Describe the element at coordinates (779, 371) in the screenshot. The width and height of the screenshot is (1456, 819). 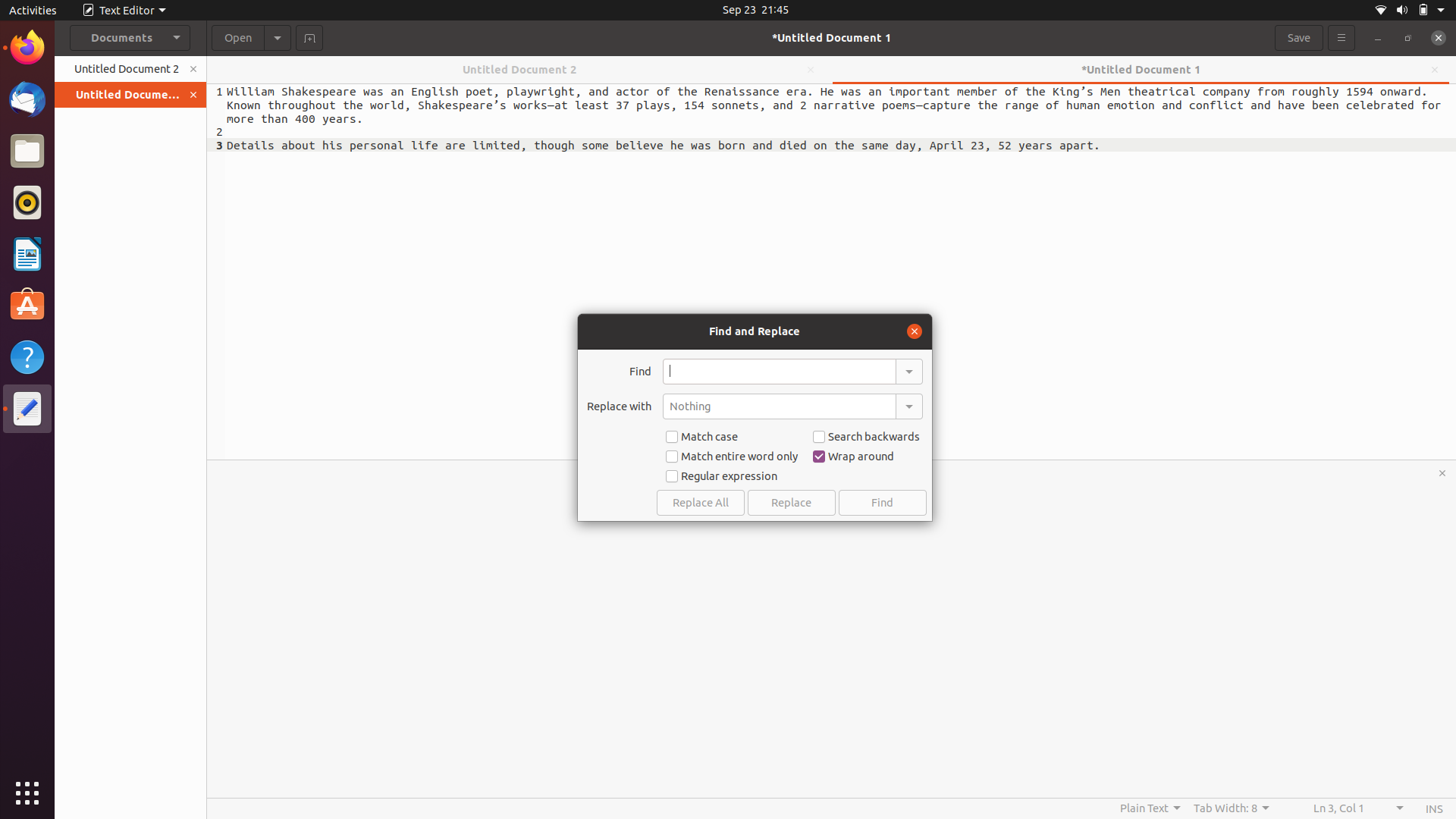
I see `Search for the word "python" in the file and replace it with "java"` at that location.